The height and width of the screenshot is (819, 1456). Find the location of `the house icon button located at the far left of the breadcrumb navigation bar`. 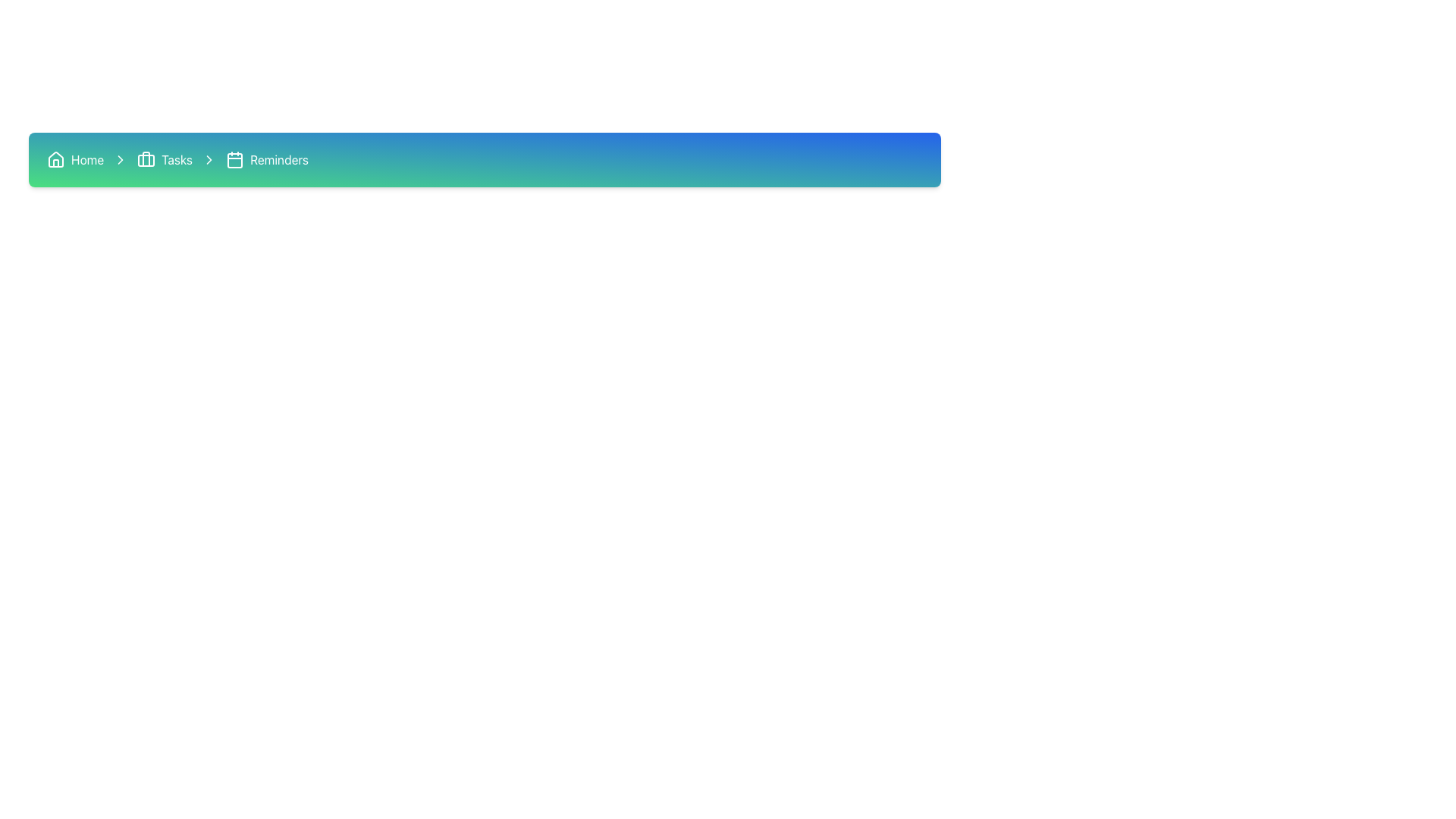

the house icon button located at the far left of the breadcrumb navigation bar is located at coordinates (55, 158).